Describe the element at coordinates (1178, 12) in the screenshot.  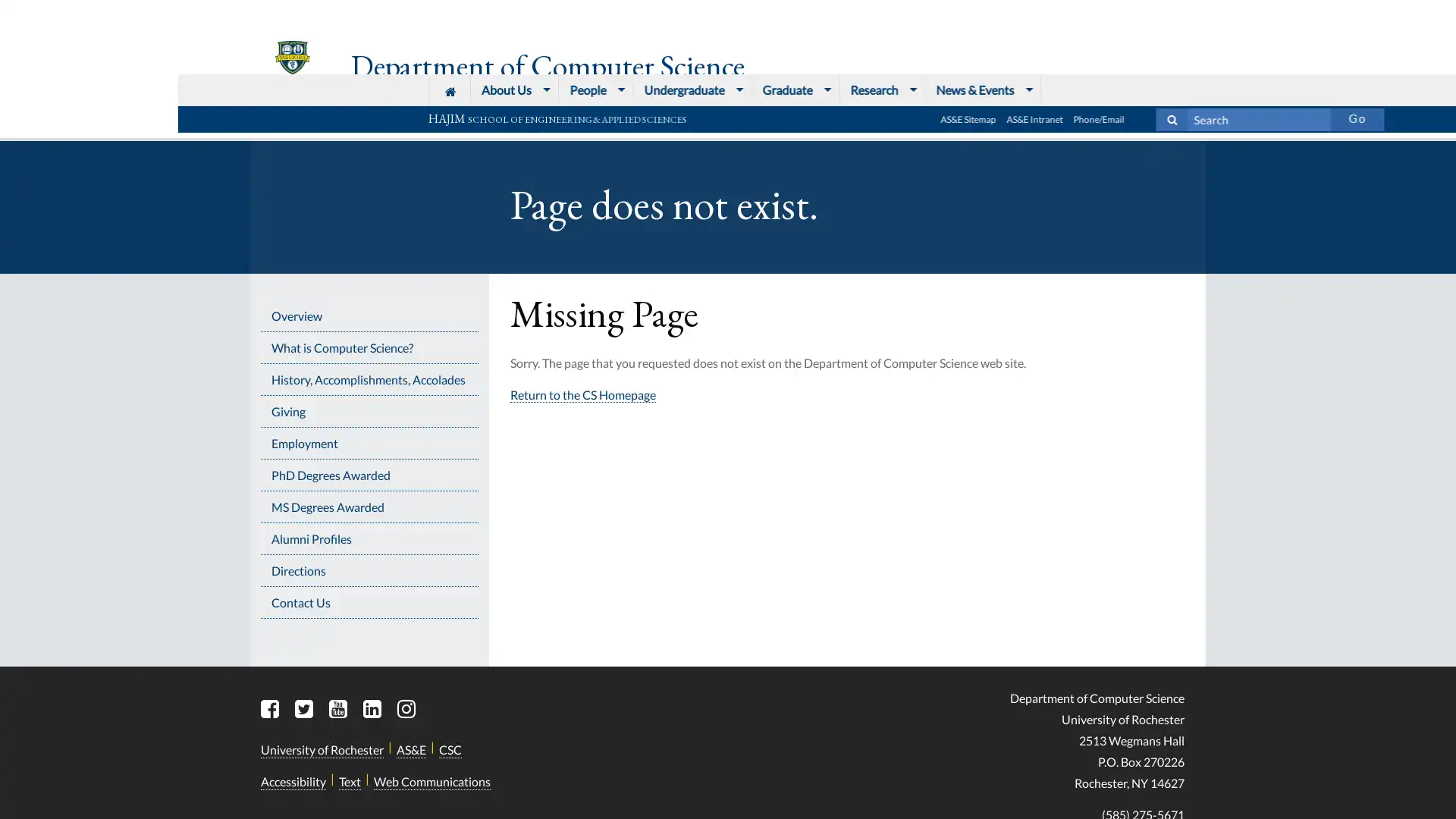
I see `Go` at that location.